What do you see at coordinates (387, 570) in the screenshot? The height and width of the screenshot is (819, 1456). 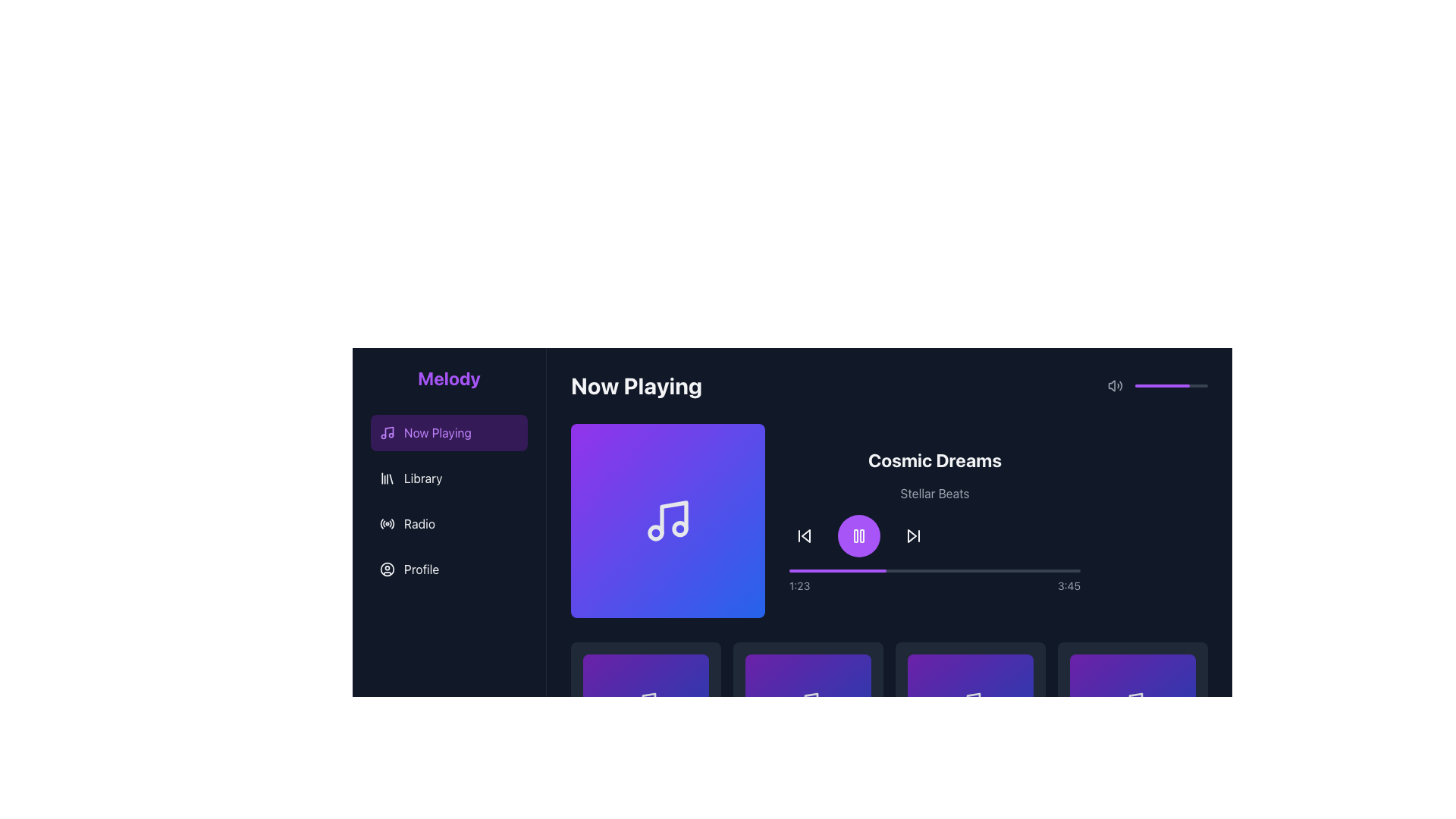 I see `the user profile icon located` at bounding box center [387, 570].